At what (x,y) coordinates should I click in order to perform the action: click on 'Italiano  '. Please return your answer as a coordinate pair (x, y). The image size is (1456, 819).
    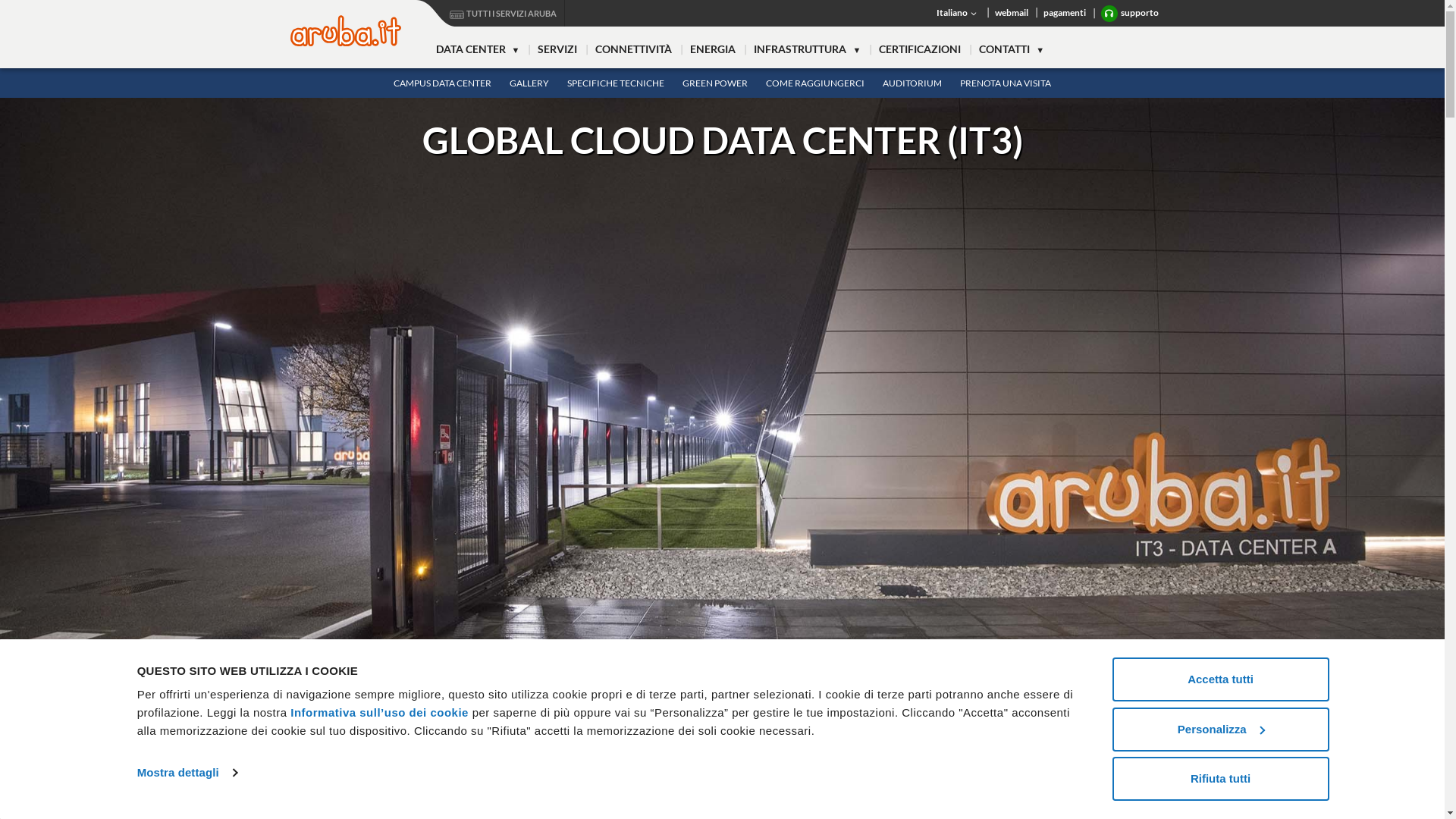
    Looking at the image, I should click on (956, 12).